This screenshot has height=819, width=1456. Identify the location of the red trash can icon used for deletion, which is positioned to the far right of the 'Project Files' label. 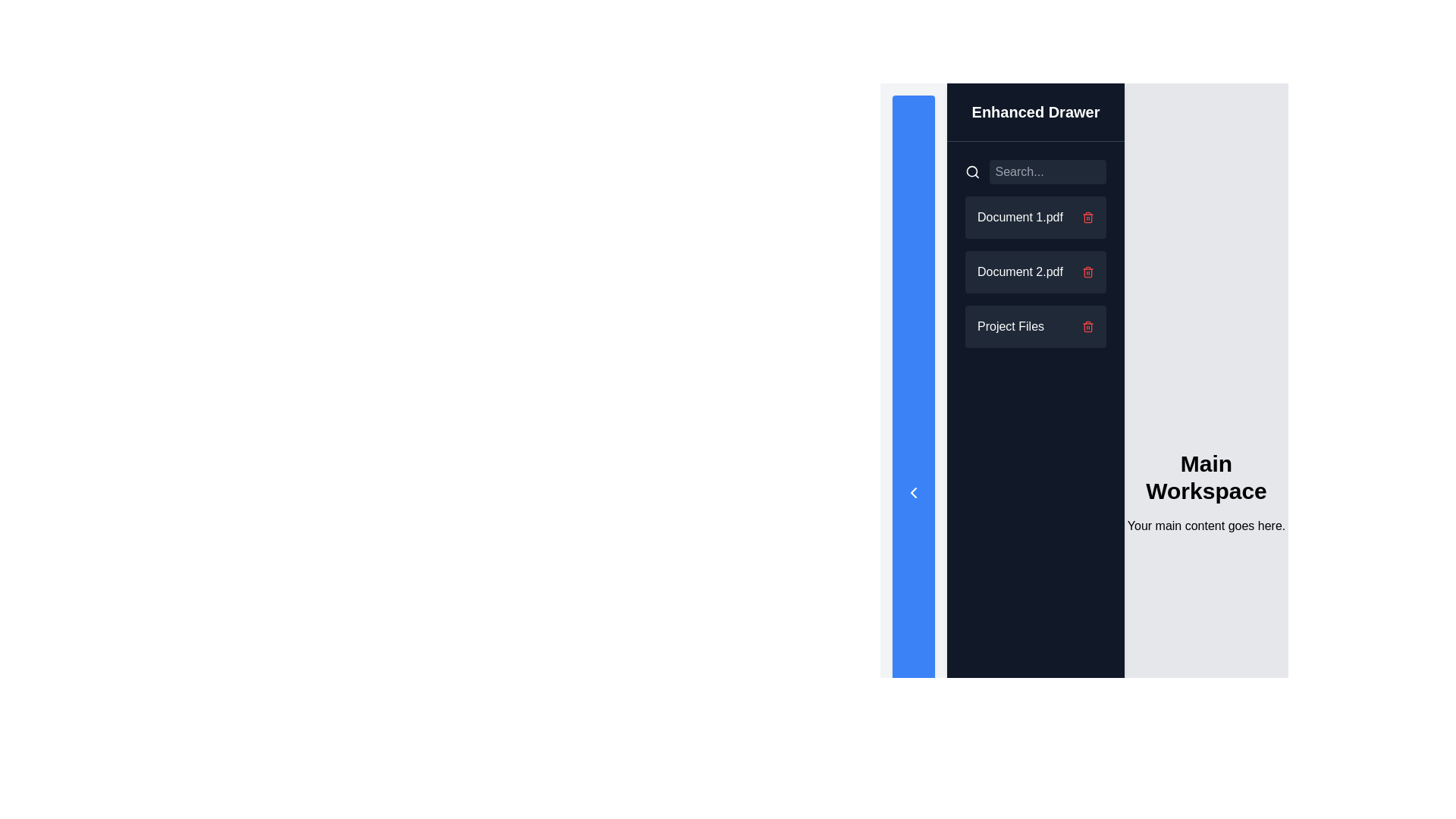
(1087, 326).